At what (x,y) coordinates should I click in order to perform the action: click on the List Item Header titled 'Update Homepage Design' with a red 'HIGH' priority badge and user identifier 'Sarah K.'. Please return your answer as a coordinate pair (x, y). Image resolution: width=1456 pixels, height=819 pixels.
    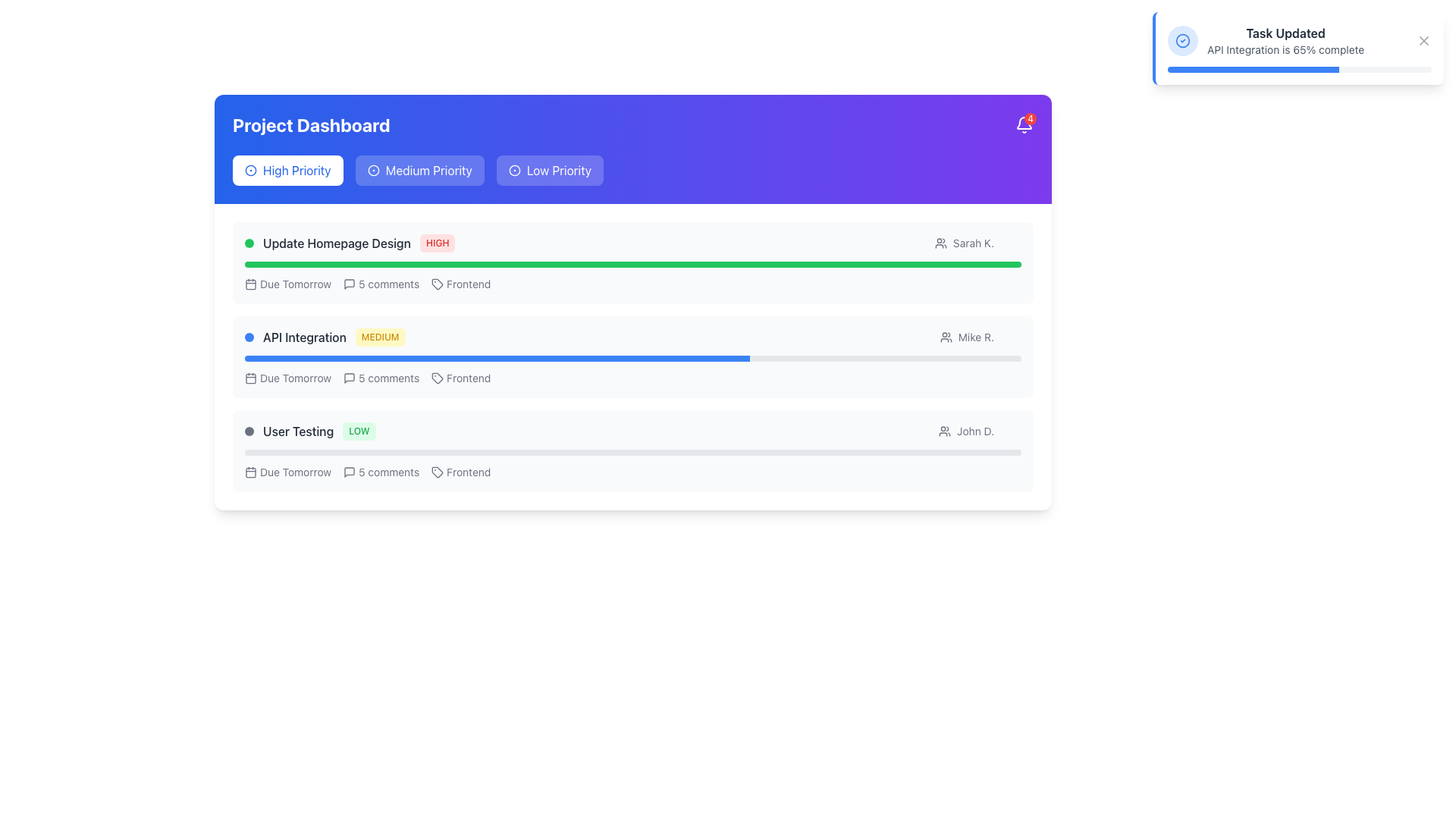
    Looking at the image, I should click on (633, 242).